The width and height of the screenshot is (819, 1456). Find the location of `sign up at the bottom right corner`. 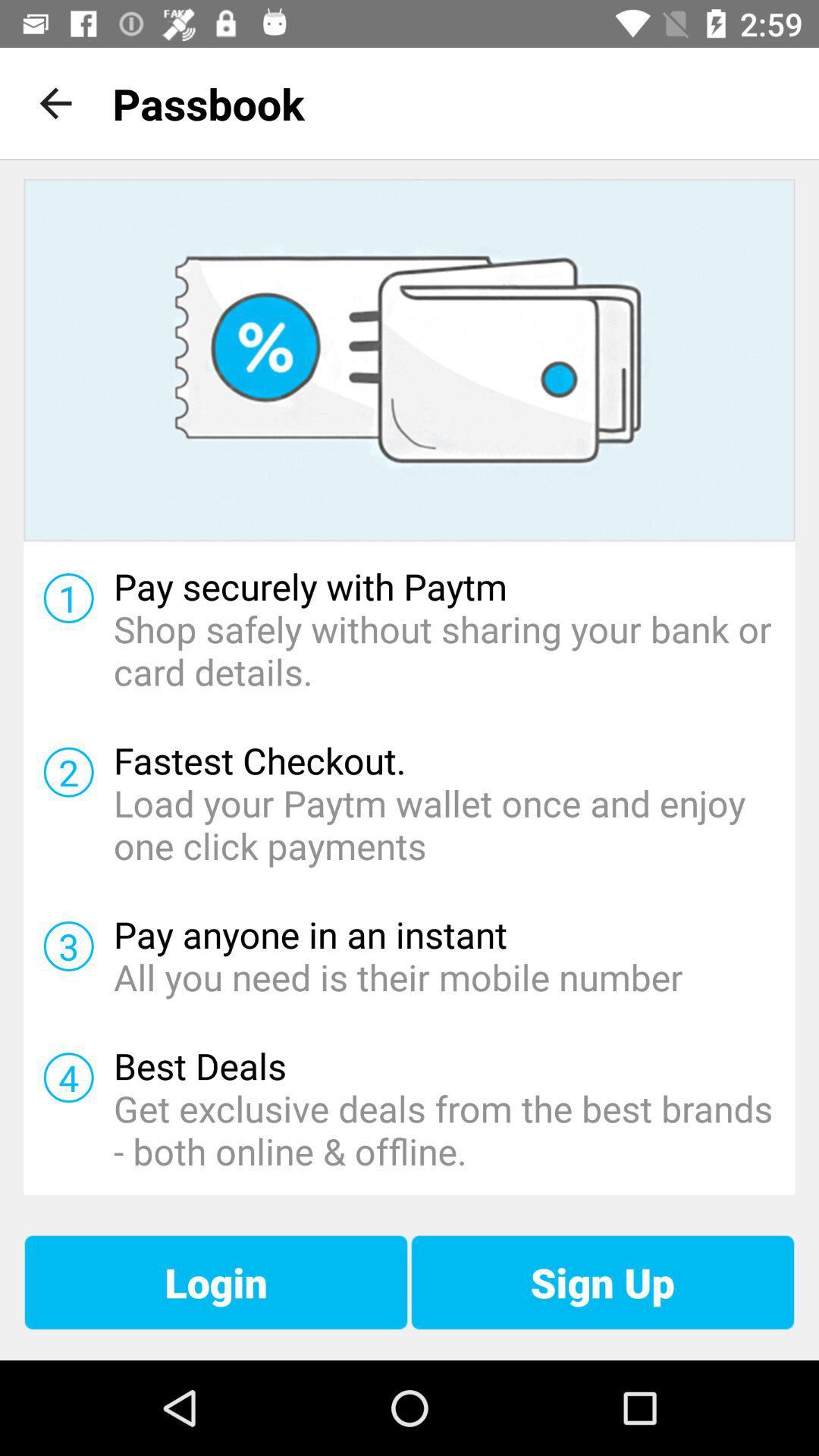

sign up at the bottom right corner is located at coordinates (601, 1282).